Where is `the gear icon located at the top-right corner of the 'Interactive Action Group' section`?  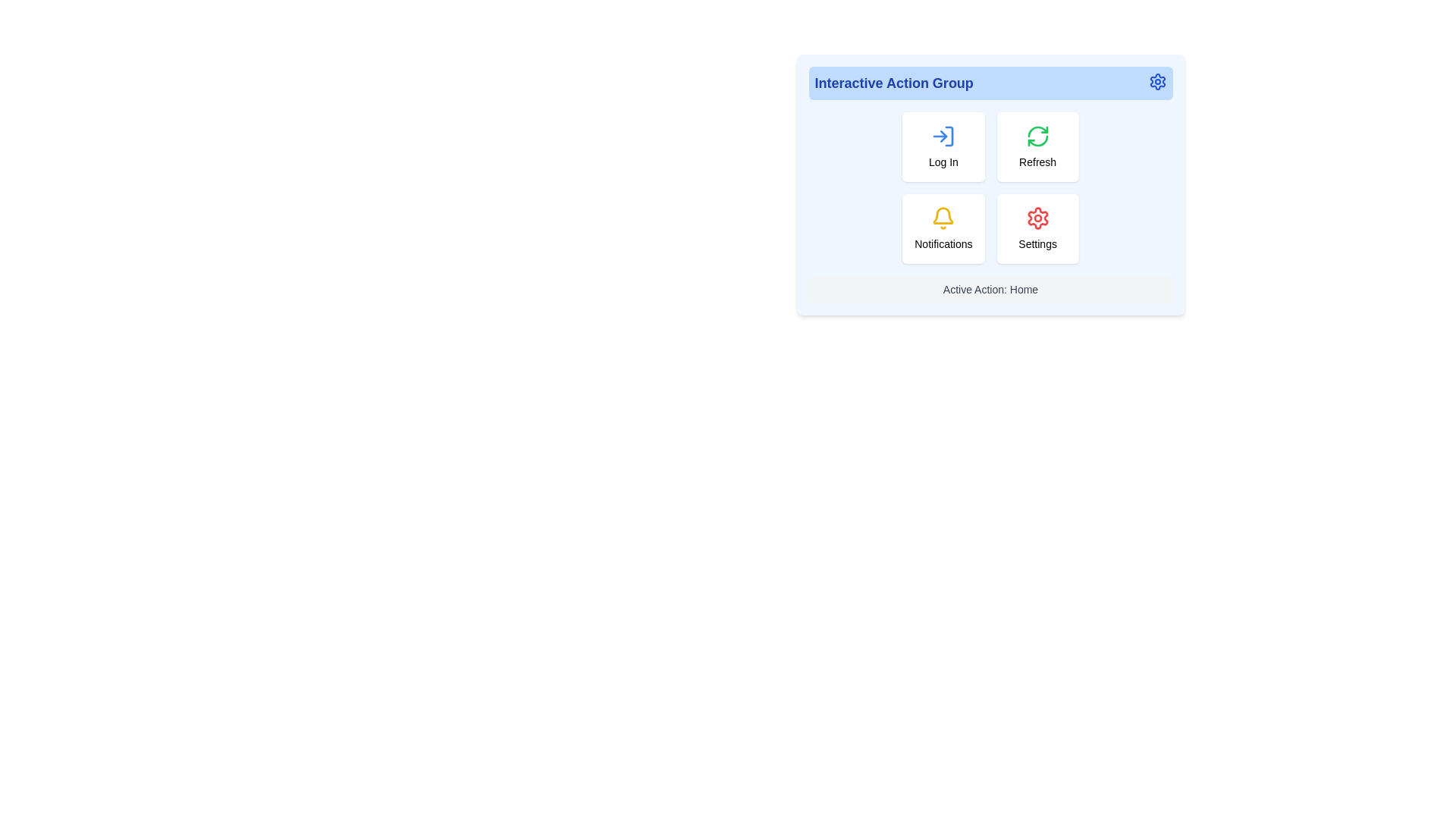
the gear icon located at the top-right corner of the 'Interactive Action Group' section is located at coordinates (1156, 82).